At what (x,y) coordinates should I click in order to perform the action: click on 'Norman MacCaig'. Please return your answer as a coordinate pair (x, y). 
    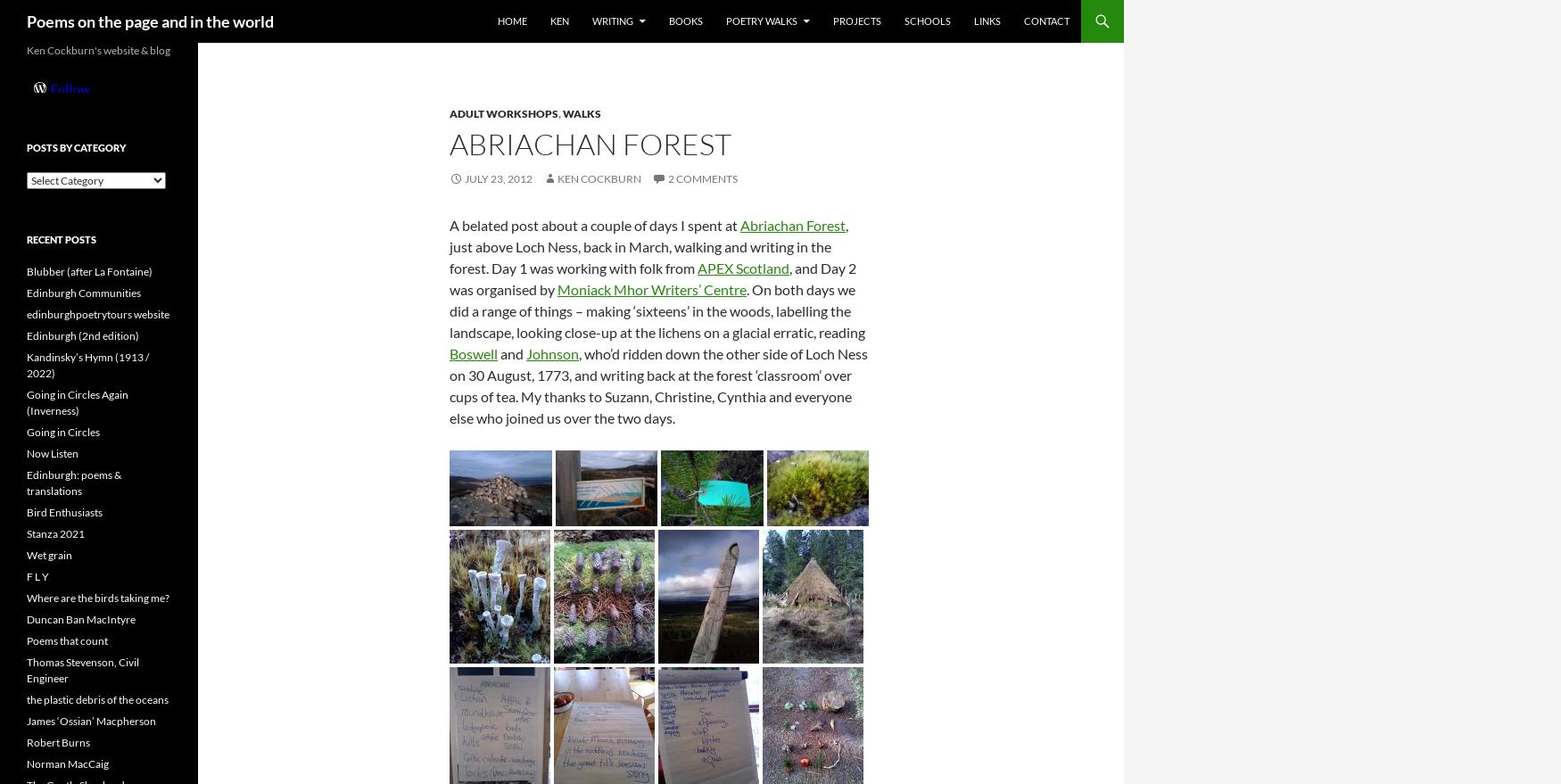
    Looking at the image, I should click on (67, 763).